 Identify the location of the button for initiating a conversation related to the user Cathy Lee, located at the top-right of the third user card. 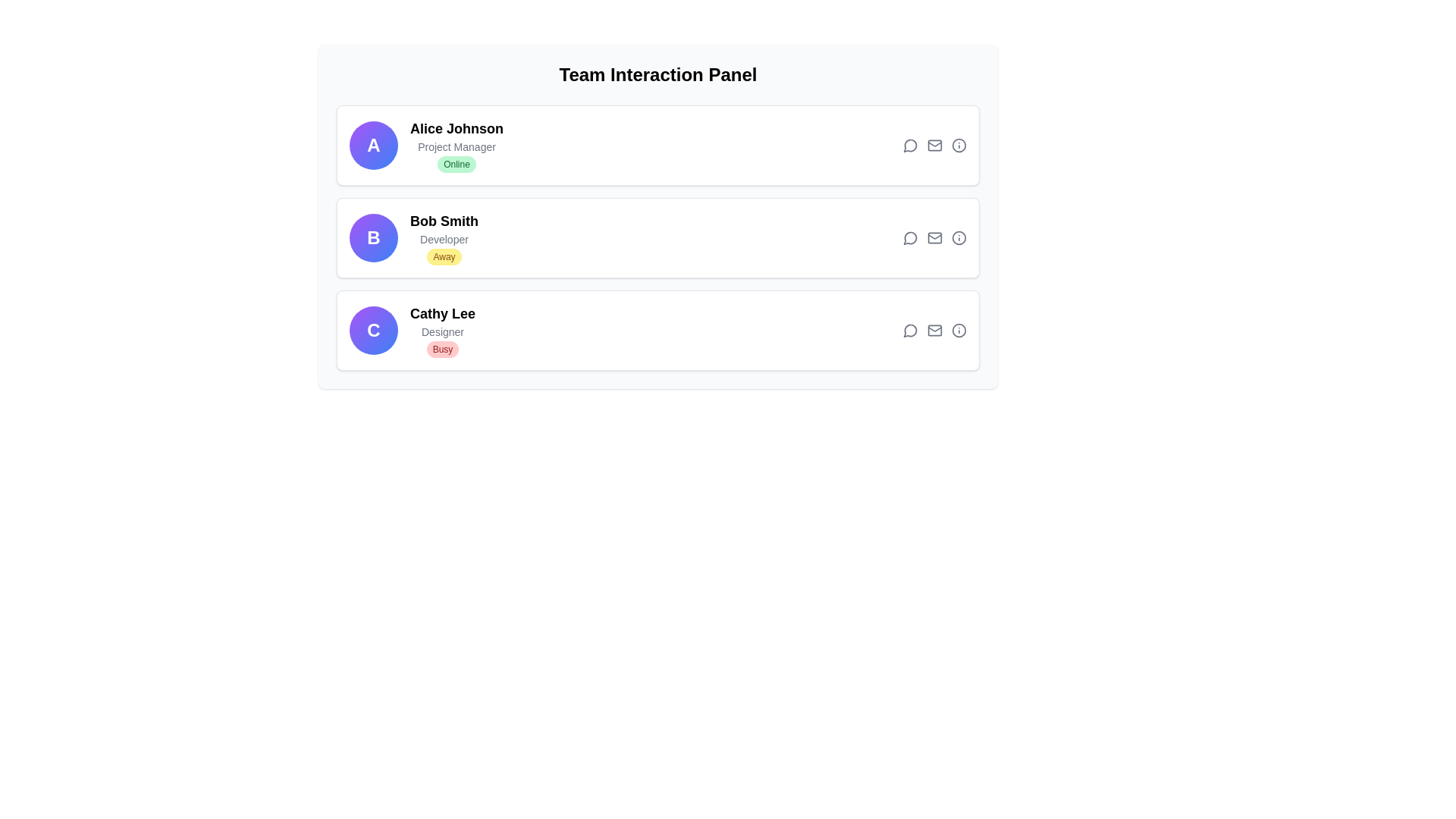
(910, 329).